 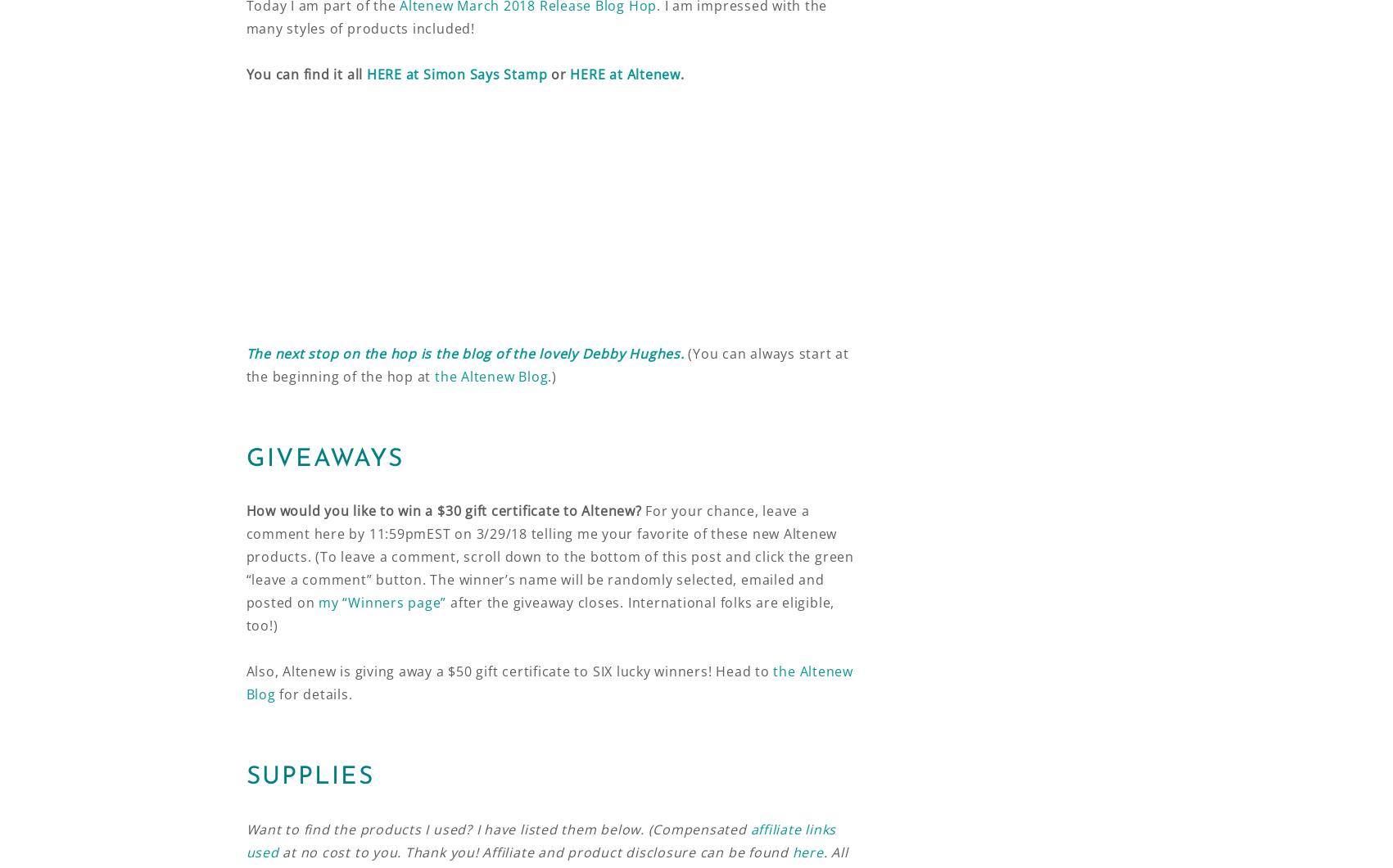 What do you see at coordinates (305, 73) in the screenshot?
I see `'You can find it all'` at bounding box center [305, 73].